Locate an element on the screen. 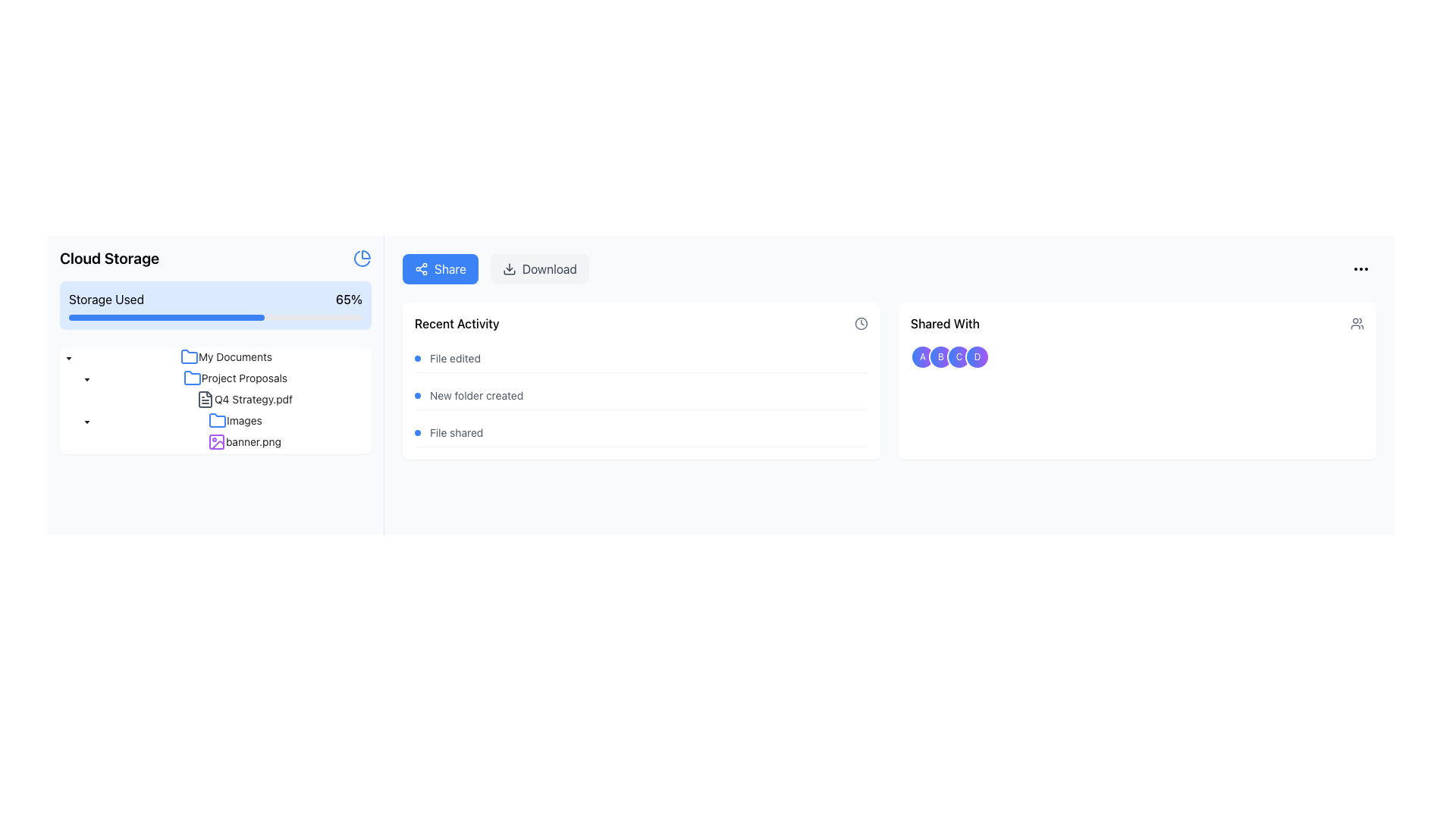 Image resolution: width=1456 pixels, height=819 pixels. the folder icon with a blue tint labeled 'My Documents' from its position in the 'Cloud Storage' panel on the left side of the interface is located at coordinates (188, 356).